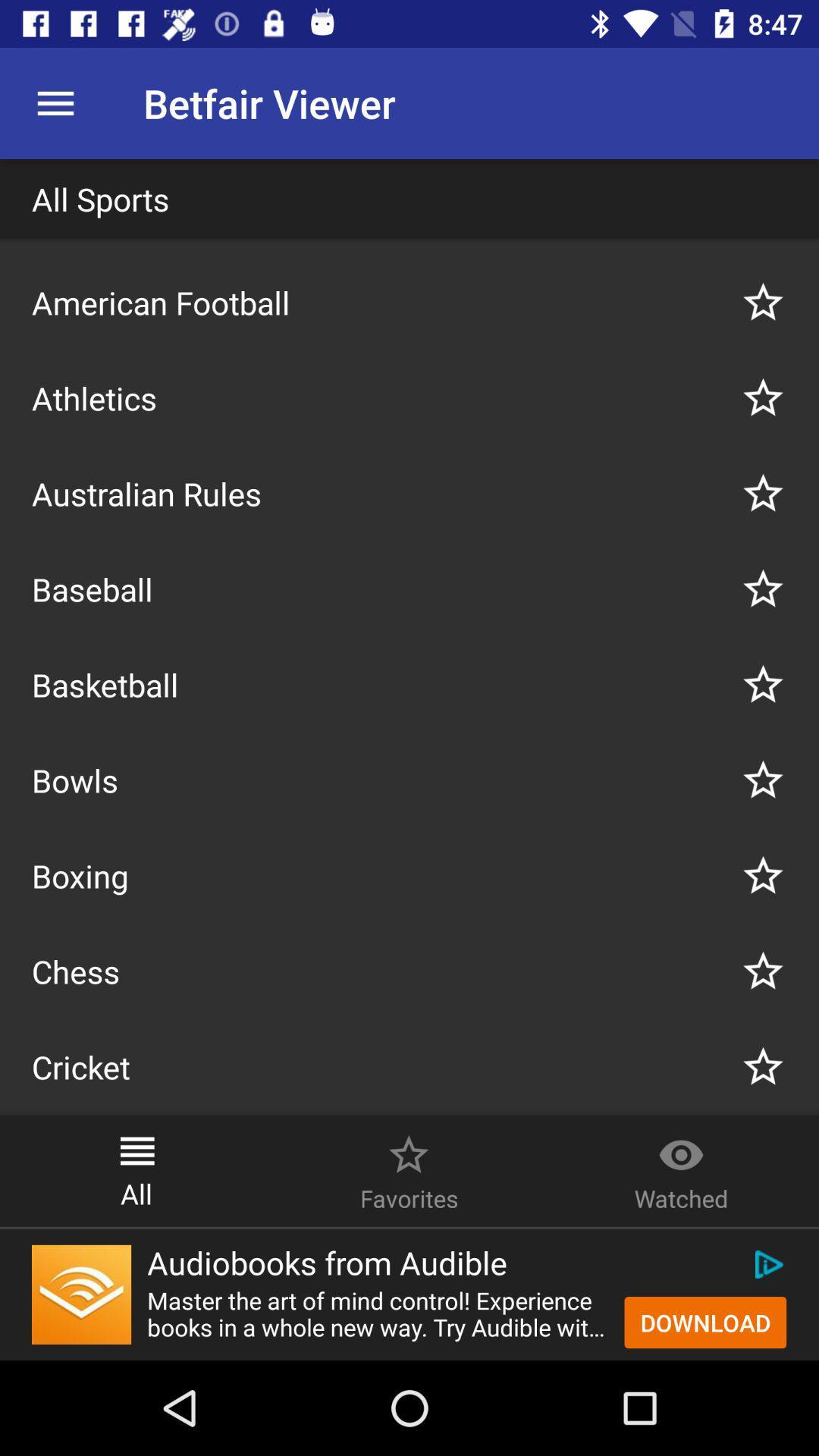 This screenshot has width=819, height=1456. What do you see at coordinates (680, 1147) in the screenshot?
I see `icon above watched` at bounding box center [680, 1147].